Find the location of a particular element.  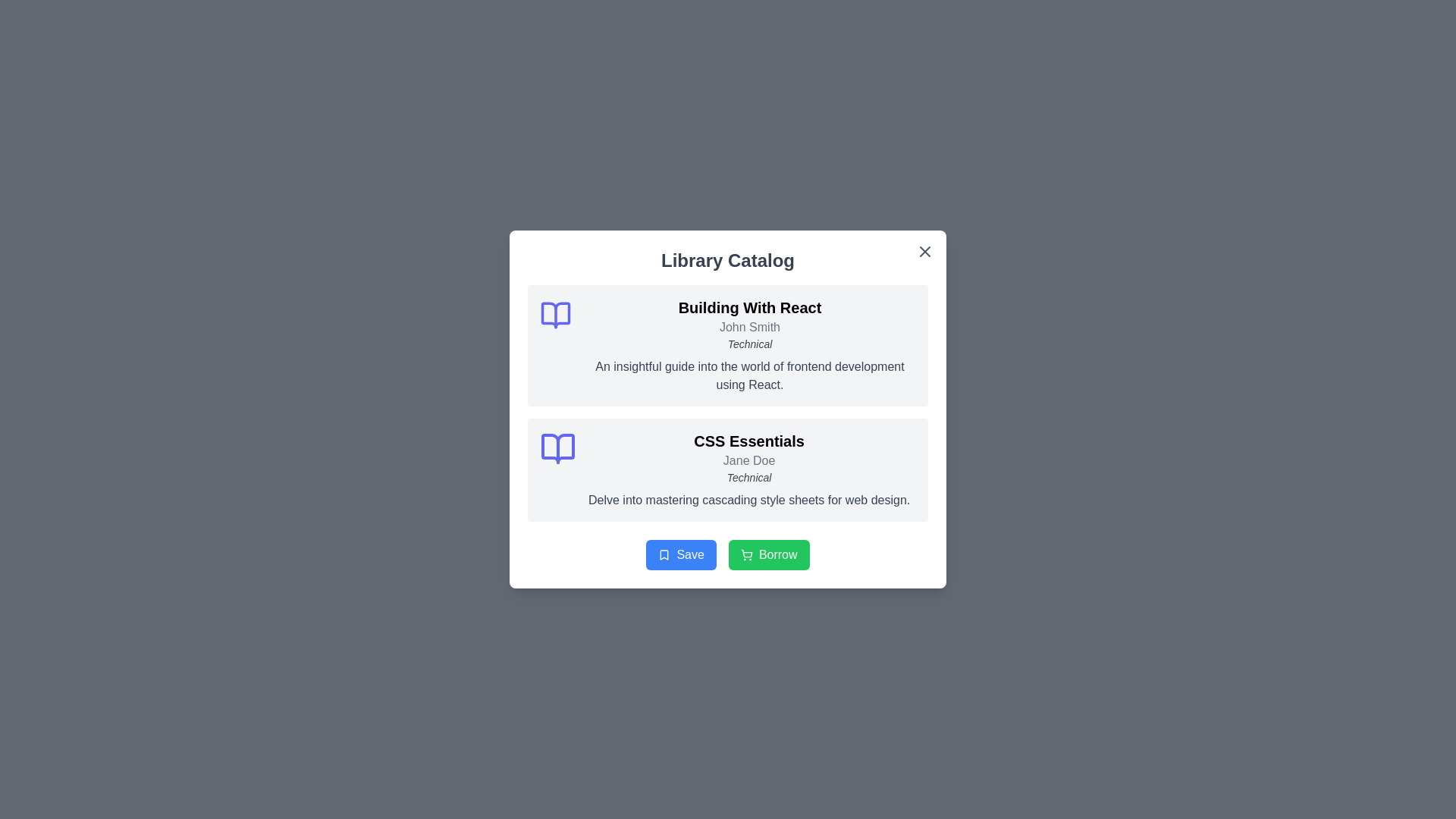

the informational card titled 'CSS Essentials' located in the lower half of the modal, beneath the 'Building With React' section, which is the second item in a vertical list of cards is located at coordinates (749, 469).